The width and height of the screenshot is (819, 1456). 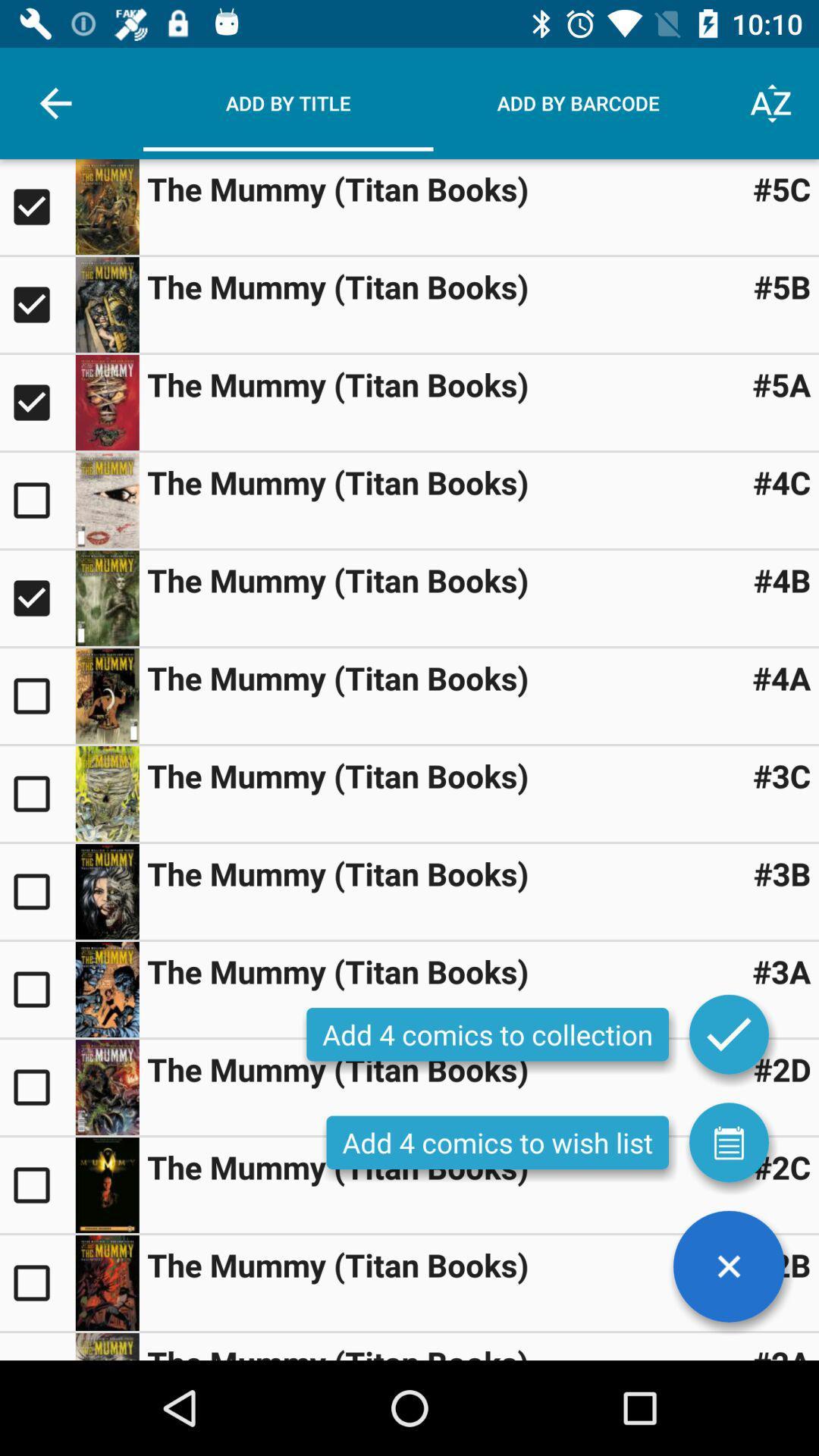 I want to click on icon above the mummy titan icon, so click(x=728, y=1266).